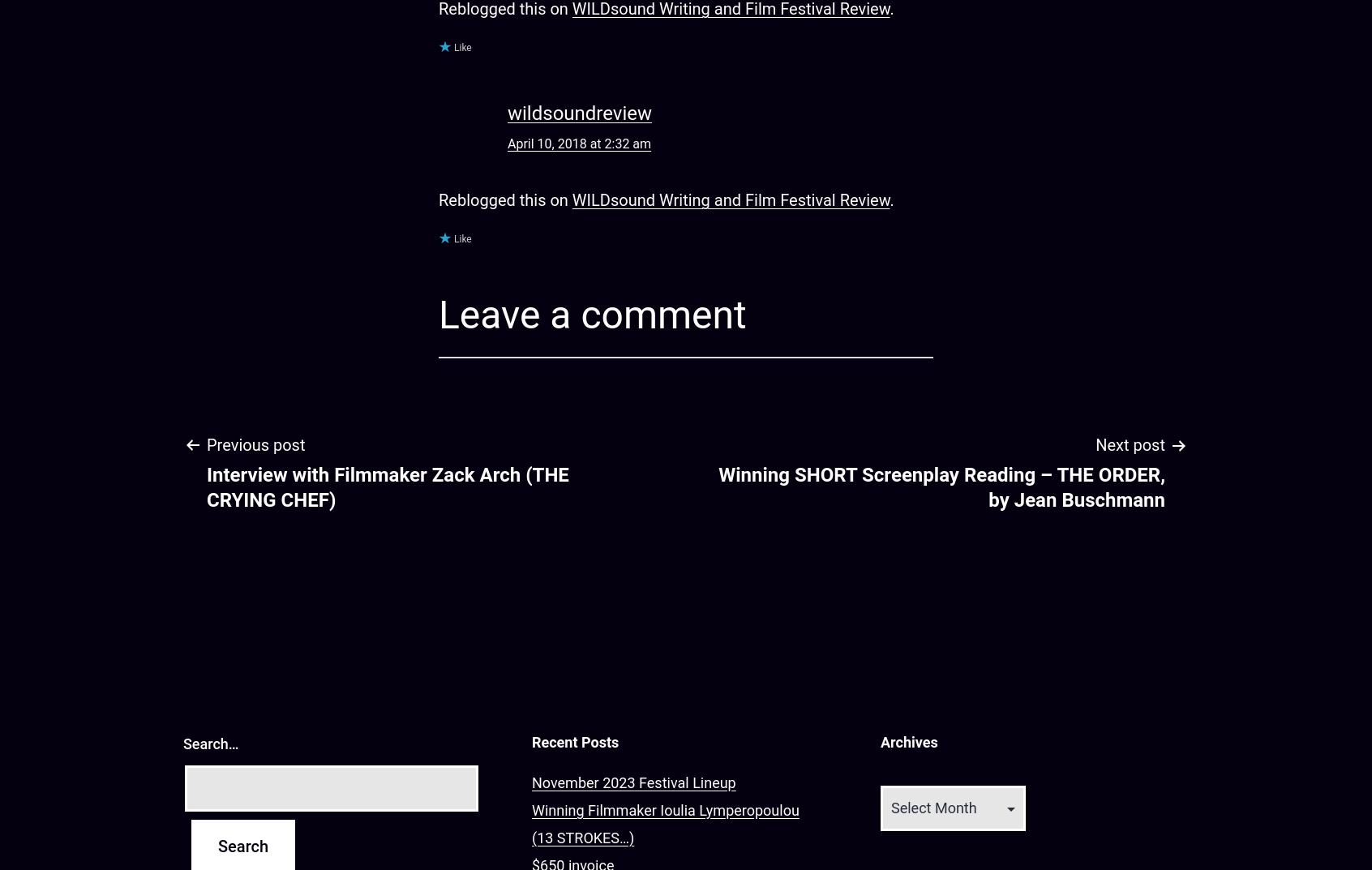  Describe the element at coordinates (1130, 444) in the screenshot. I see `'Next post'` at that location.